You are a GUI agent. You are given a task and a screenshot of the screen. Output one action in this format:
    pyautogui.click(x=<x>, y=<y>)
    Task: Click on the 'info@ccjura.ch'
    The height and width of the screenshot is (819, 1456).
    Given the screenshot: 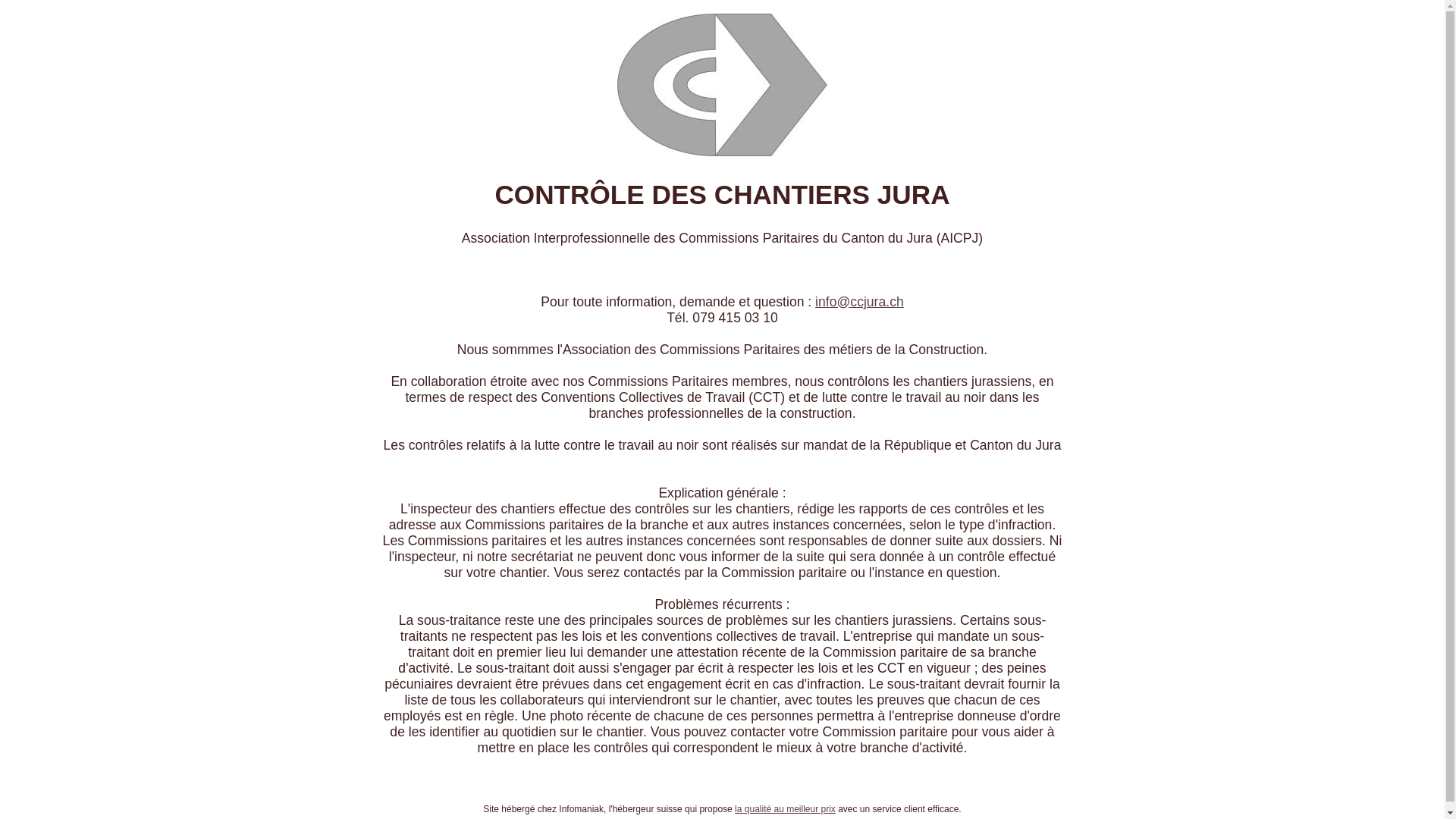 What is the action you would take?
    pyautogui.click(x=859, y=301)
    